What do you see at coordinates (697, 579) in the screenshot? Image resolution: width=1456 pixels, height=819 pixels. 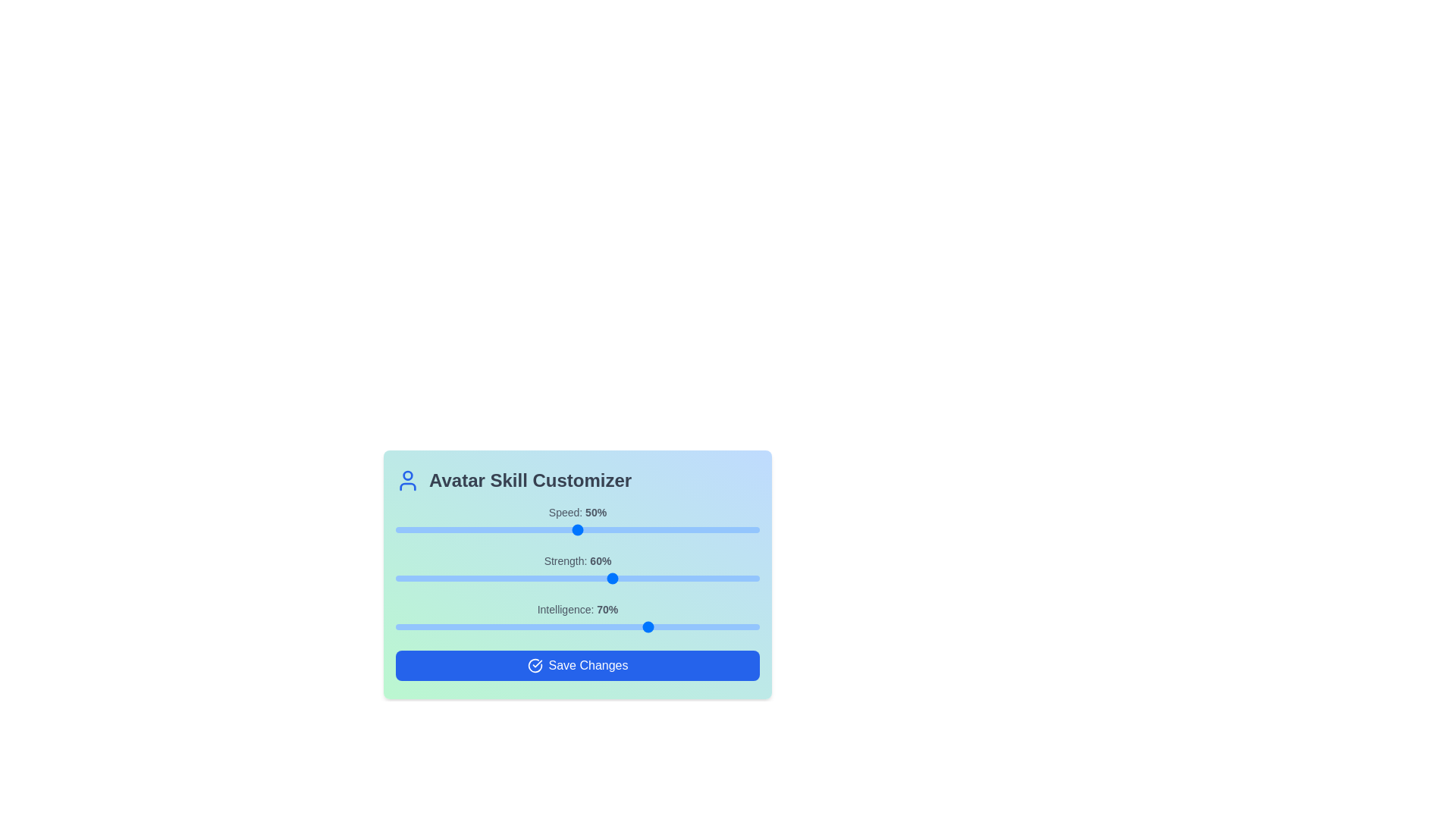 I see `strength` at bounding box center [697, 579].